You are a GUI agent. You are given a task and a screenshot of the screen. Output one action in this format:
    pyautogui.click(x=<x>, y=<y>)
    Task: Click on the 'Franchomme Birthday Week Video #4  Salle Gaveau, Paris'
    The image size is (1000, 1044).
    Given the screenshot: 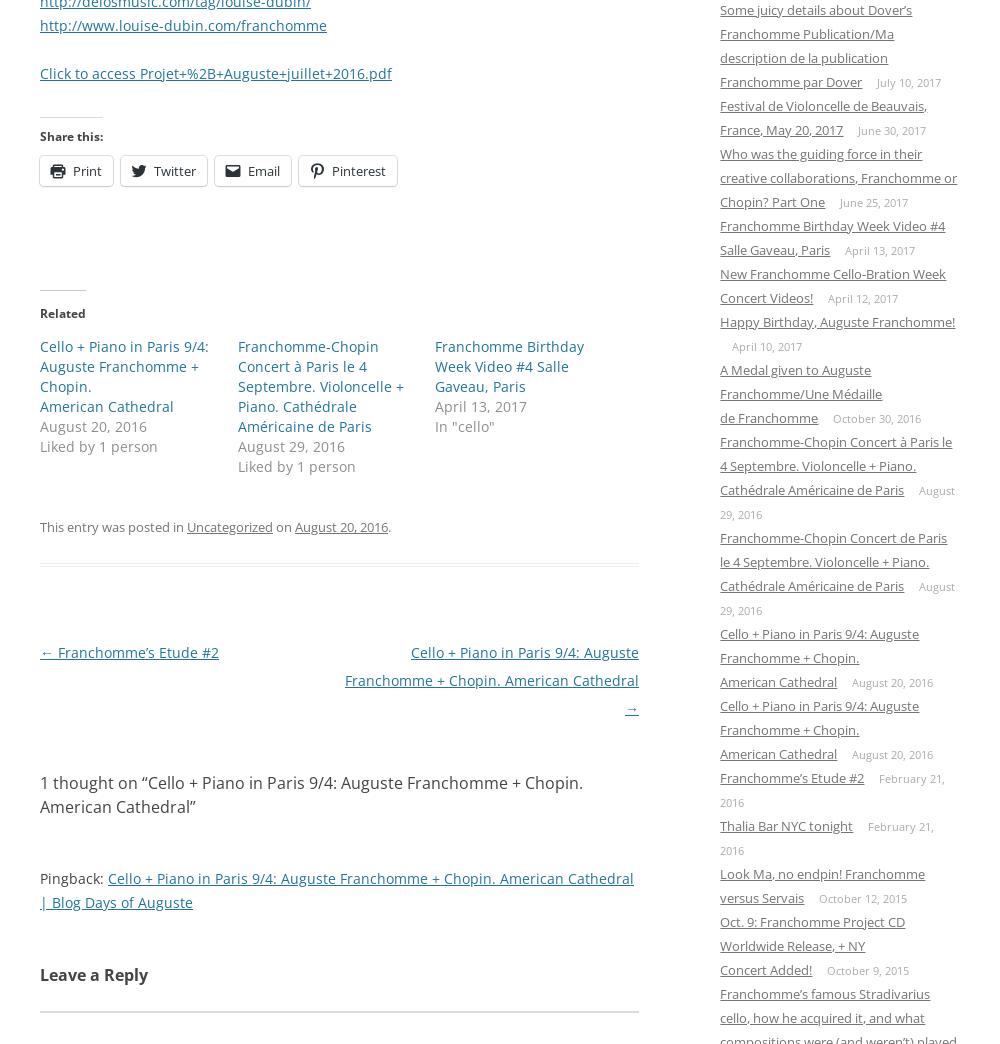 What is the action you would take?
    pyautogui.click(x=831, y=236)
    